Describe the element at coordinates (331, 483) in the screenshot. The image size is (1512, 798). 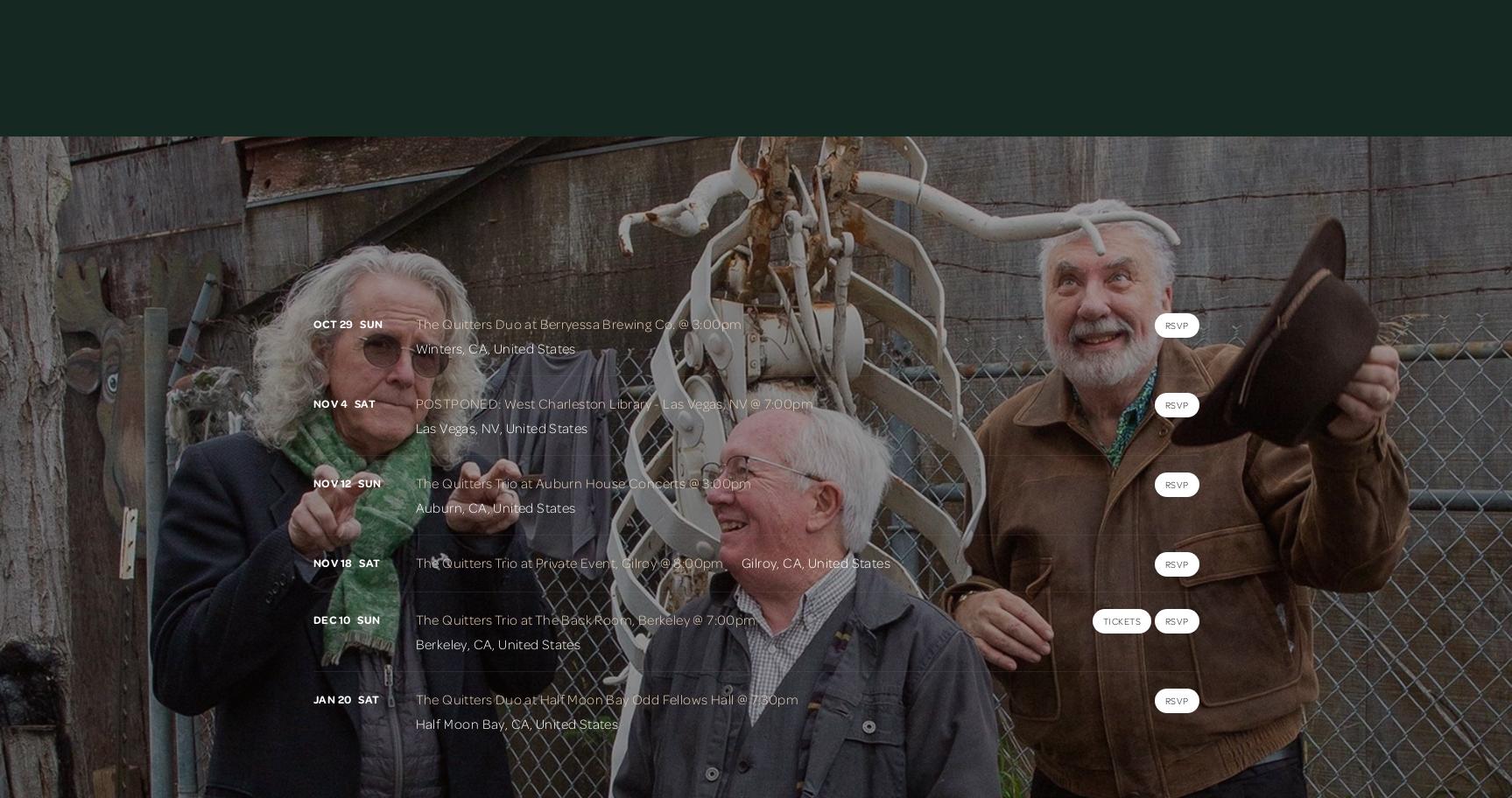
I see `'Nov 12'` at that location.